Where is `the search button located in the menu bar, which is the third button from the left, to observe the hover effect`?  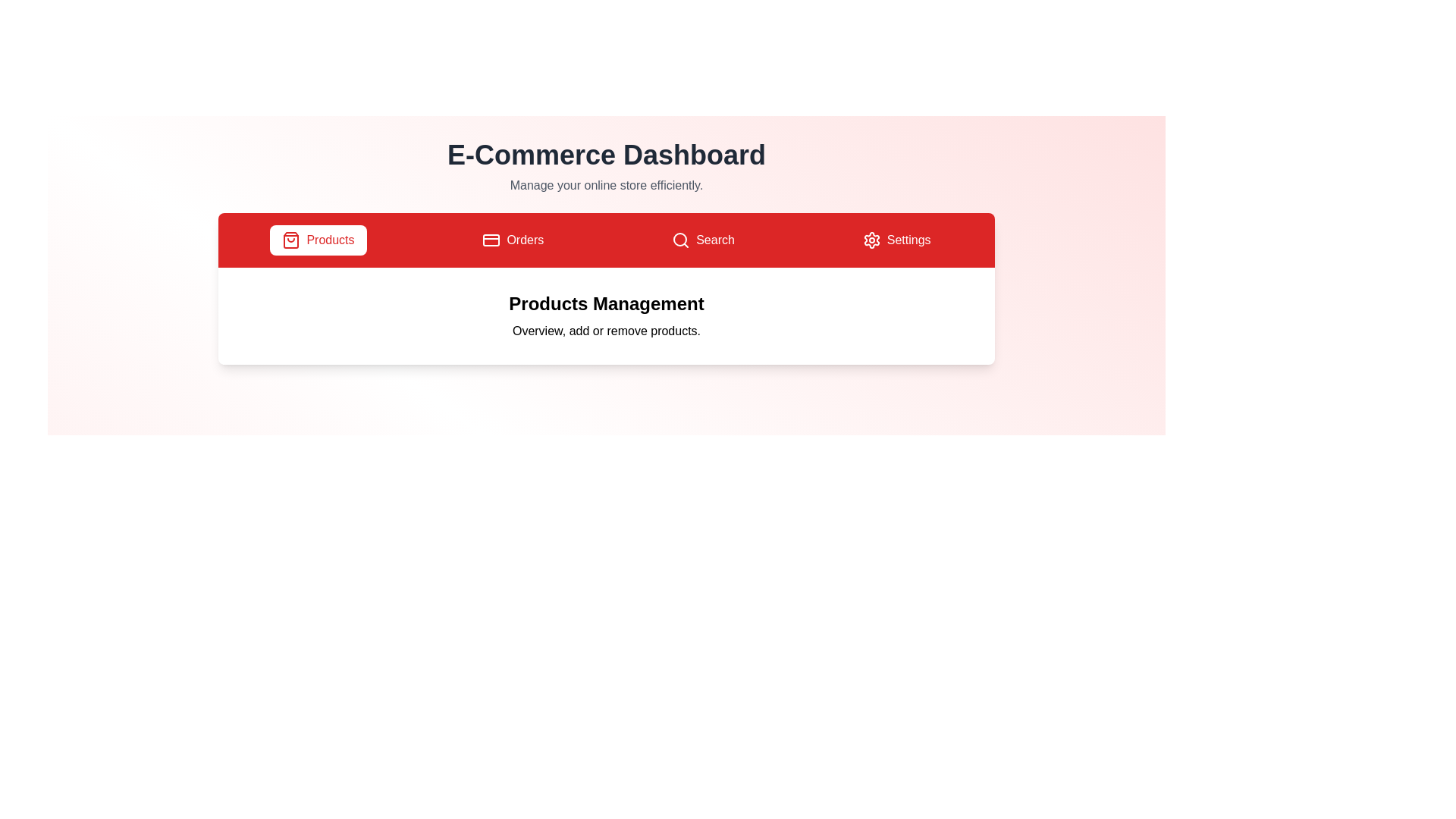 the search button located in the menu bar, which is the third button from the left, to observe the hover effect is located at coordinates (702, 239).